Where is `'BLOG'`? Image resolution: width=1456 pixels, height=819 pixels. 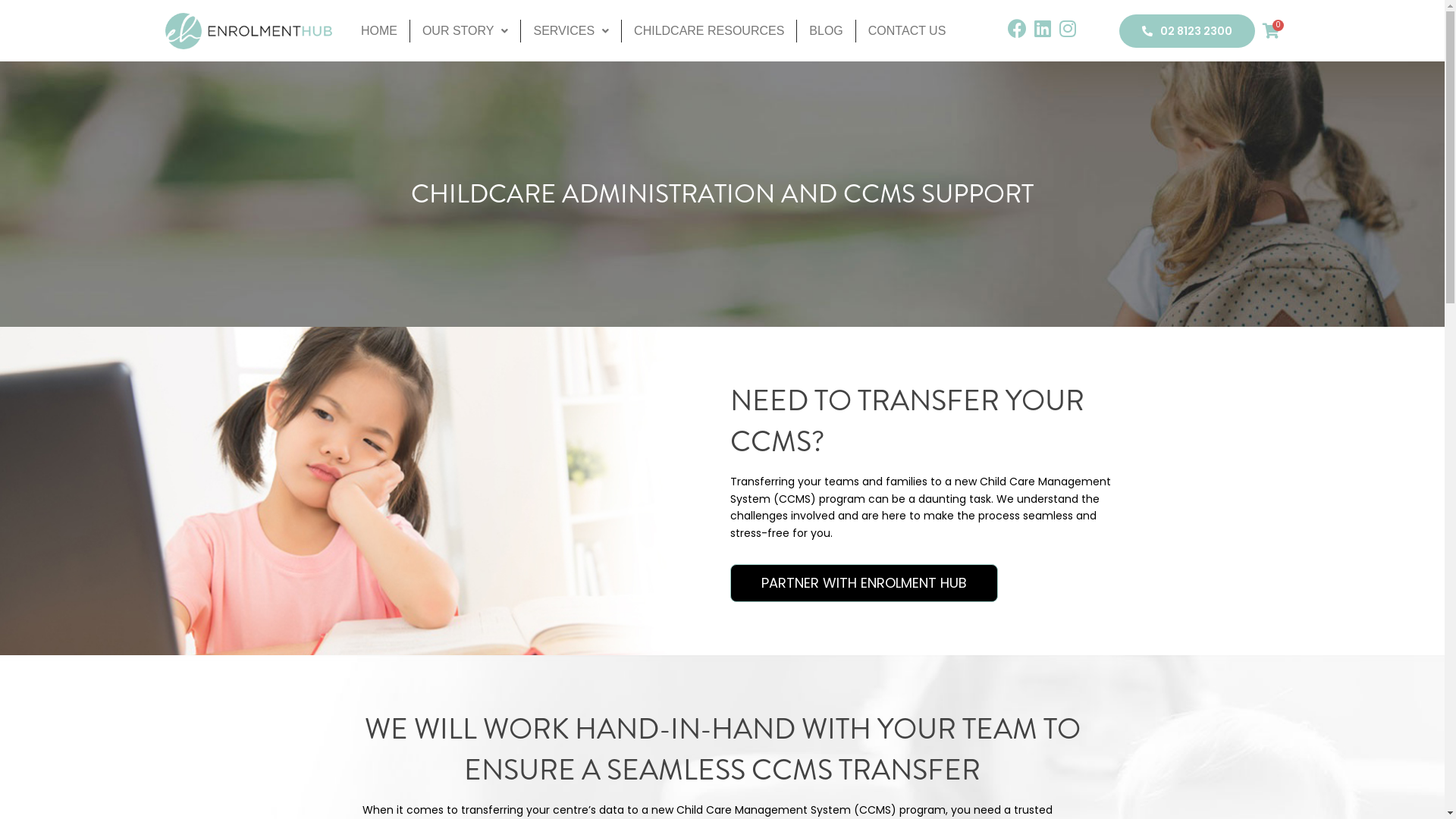 'BLOG' is located at coordinates (825, 31).